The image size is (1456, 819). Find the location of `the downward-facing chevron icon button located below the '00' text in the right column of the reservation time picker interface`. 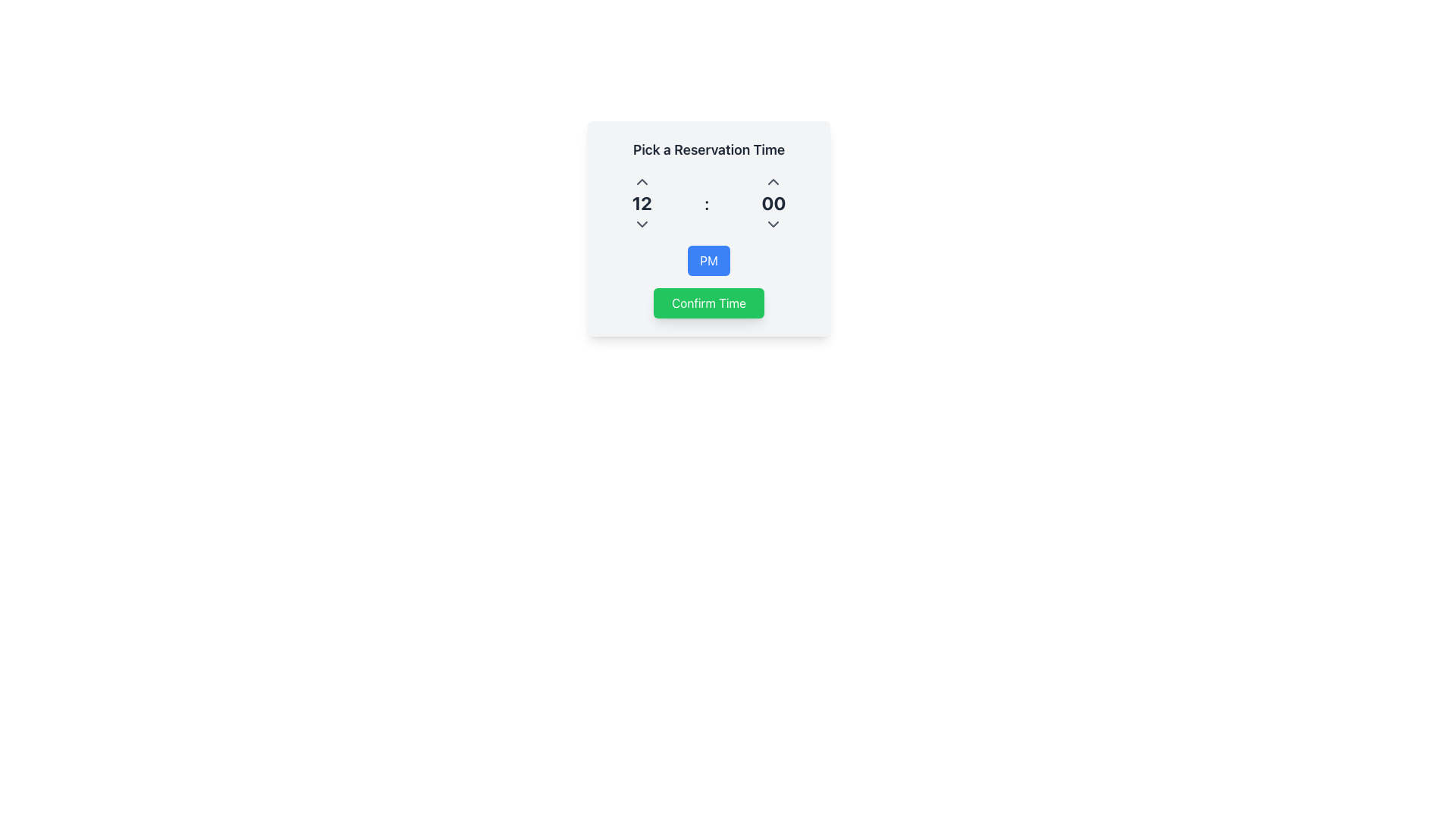

the downward-facing chevron icon button located below the '00' text in the right column of the reservation time picker interface is located at coordinates (773, 224).